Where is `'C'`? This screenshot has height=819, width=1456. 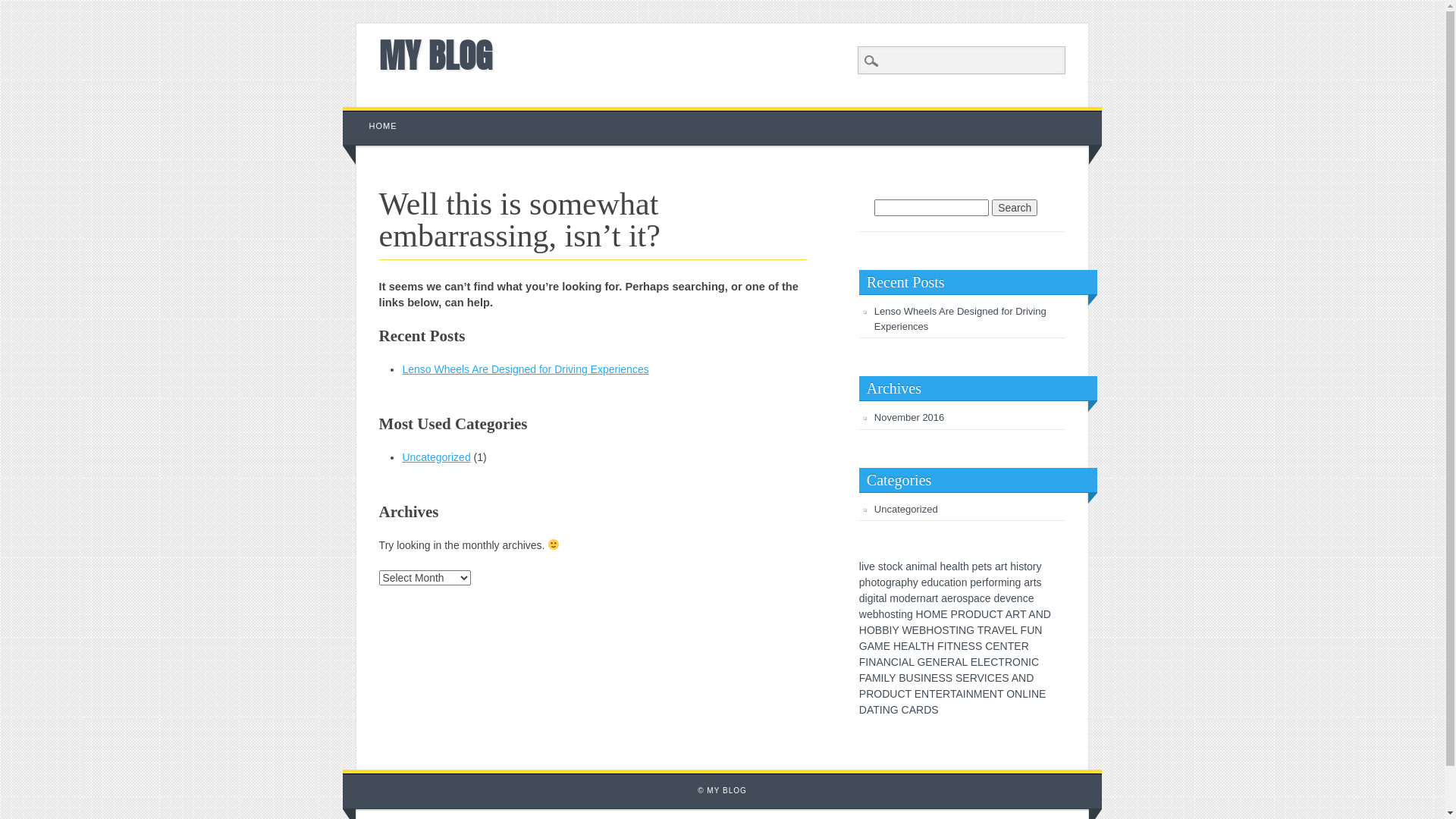 'C' is located at coordinates (1034, 661).